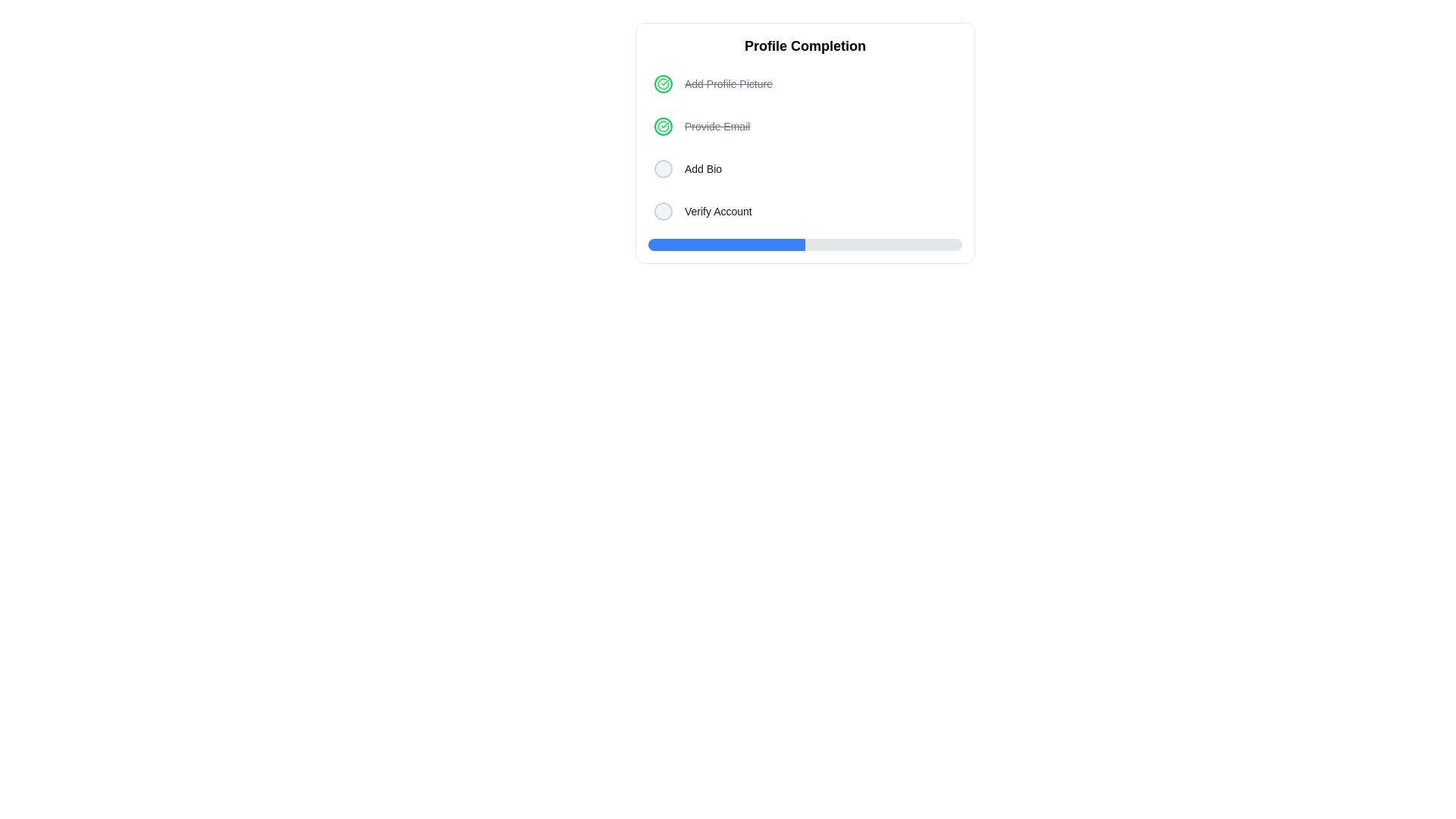  Describe the element at coordinates (702, 169) in the screenshot. I see `the 'Add Bio' text block, which is the third item in the checklist under the 'Profile Completion' section, located to the right of an empty circle icon` at that location.